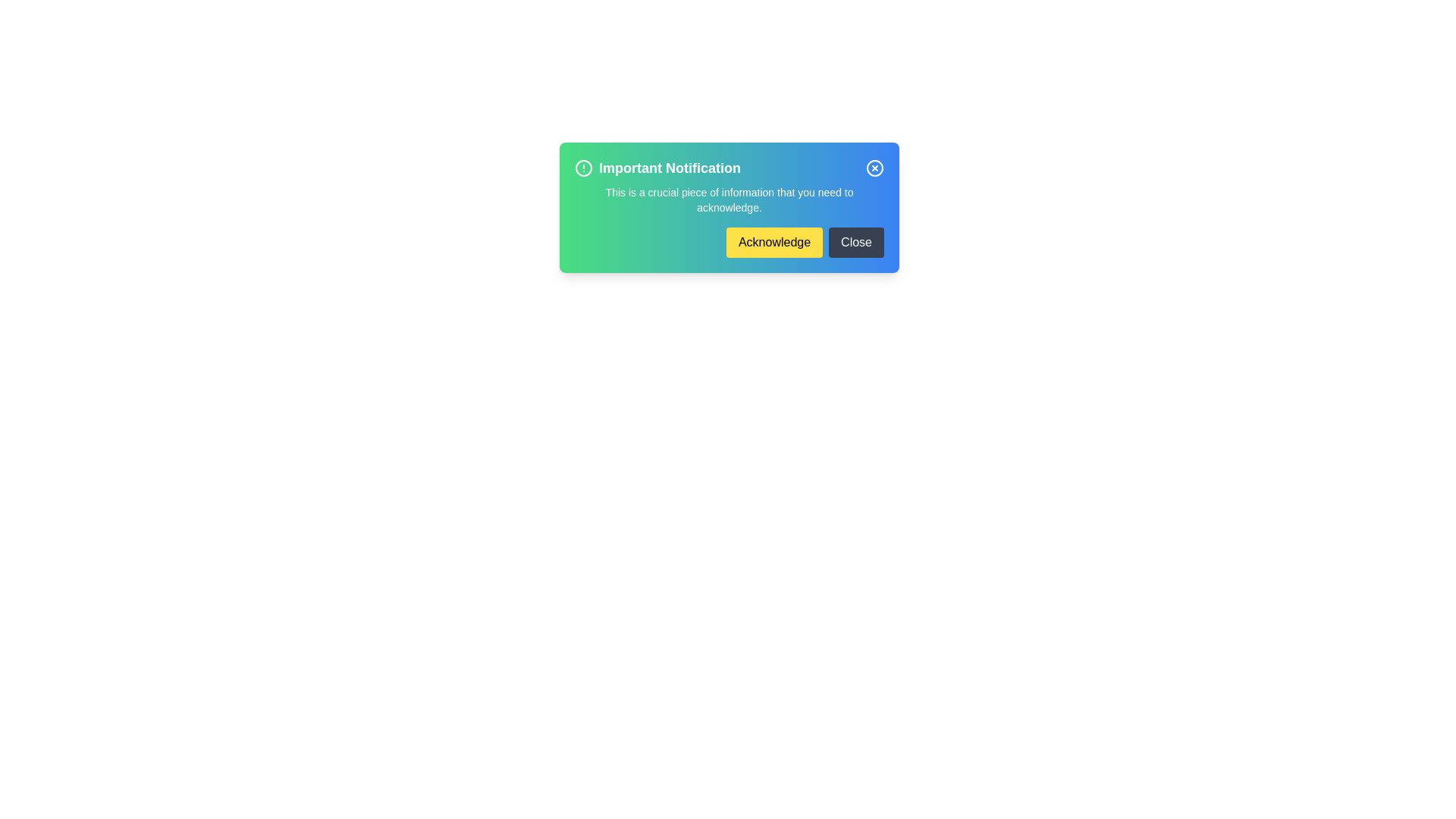 The image size is (1456, 819). What do you see at coordinates (657, 168) in the screenshot?
I see `the 'Important Notification' text with the adjacent exclamation mark icon, located in the notification box on the left side above the content text and buttons` at bounding box center [657, 168].